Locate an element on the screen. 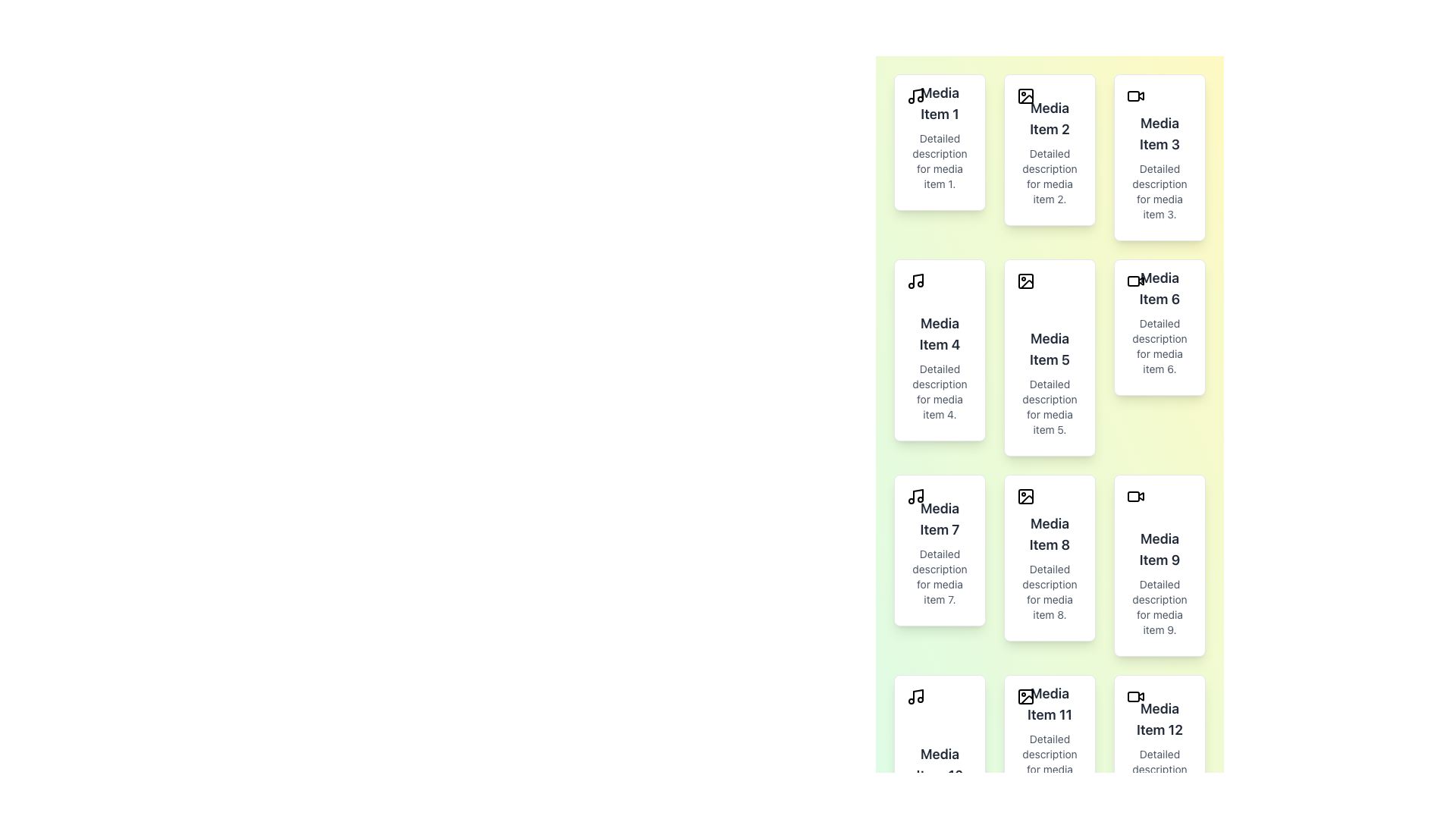 The image size is (1456, 819). the card component labeled 'Media Item 2' which contains an icon, a bold title, and a description, located in the second column, first row of the grid layout is located at coordinates (1049, 149).